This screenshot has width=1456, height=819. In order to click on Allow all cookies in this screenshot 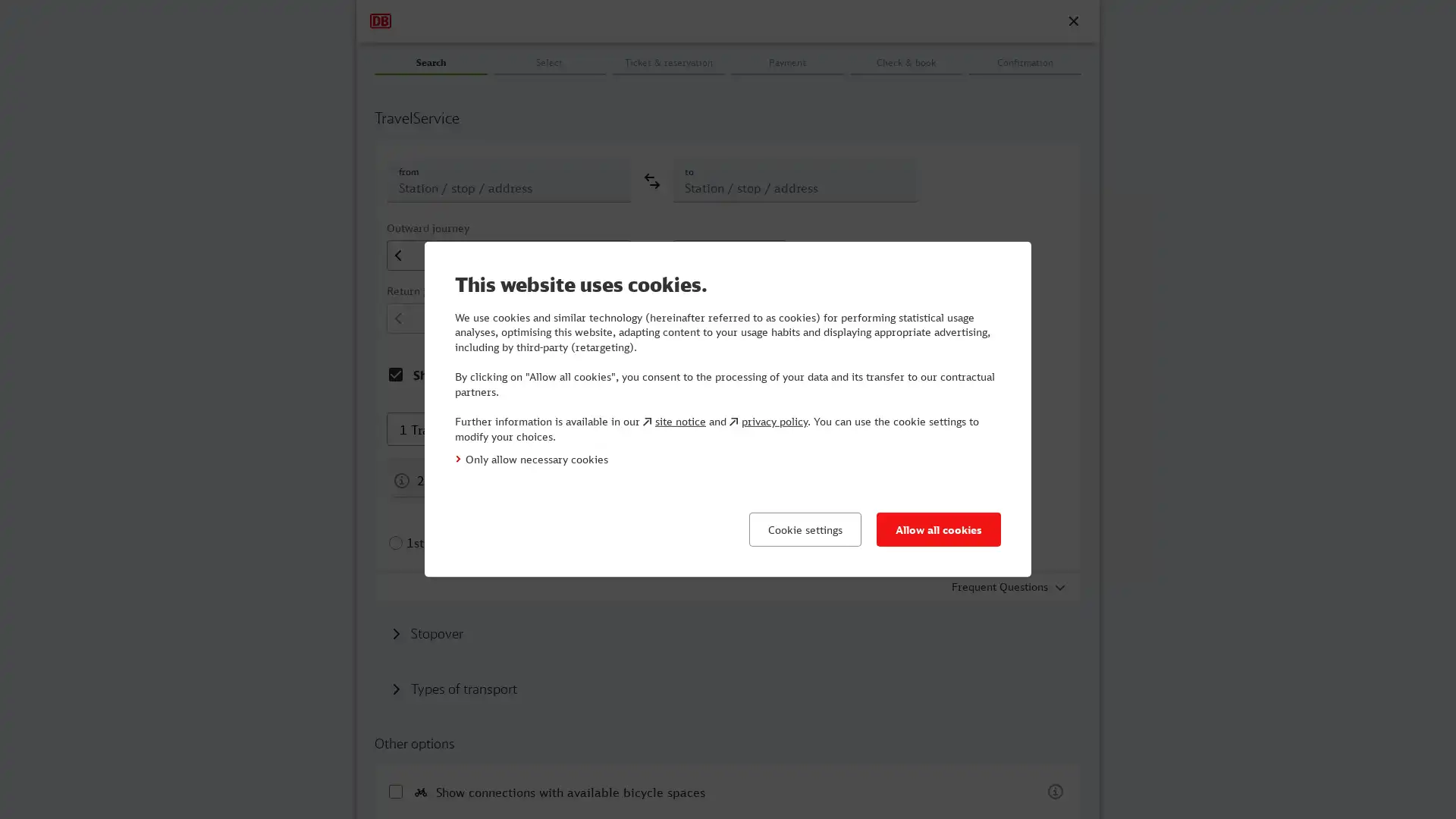, I will do `click(938, 529)`.